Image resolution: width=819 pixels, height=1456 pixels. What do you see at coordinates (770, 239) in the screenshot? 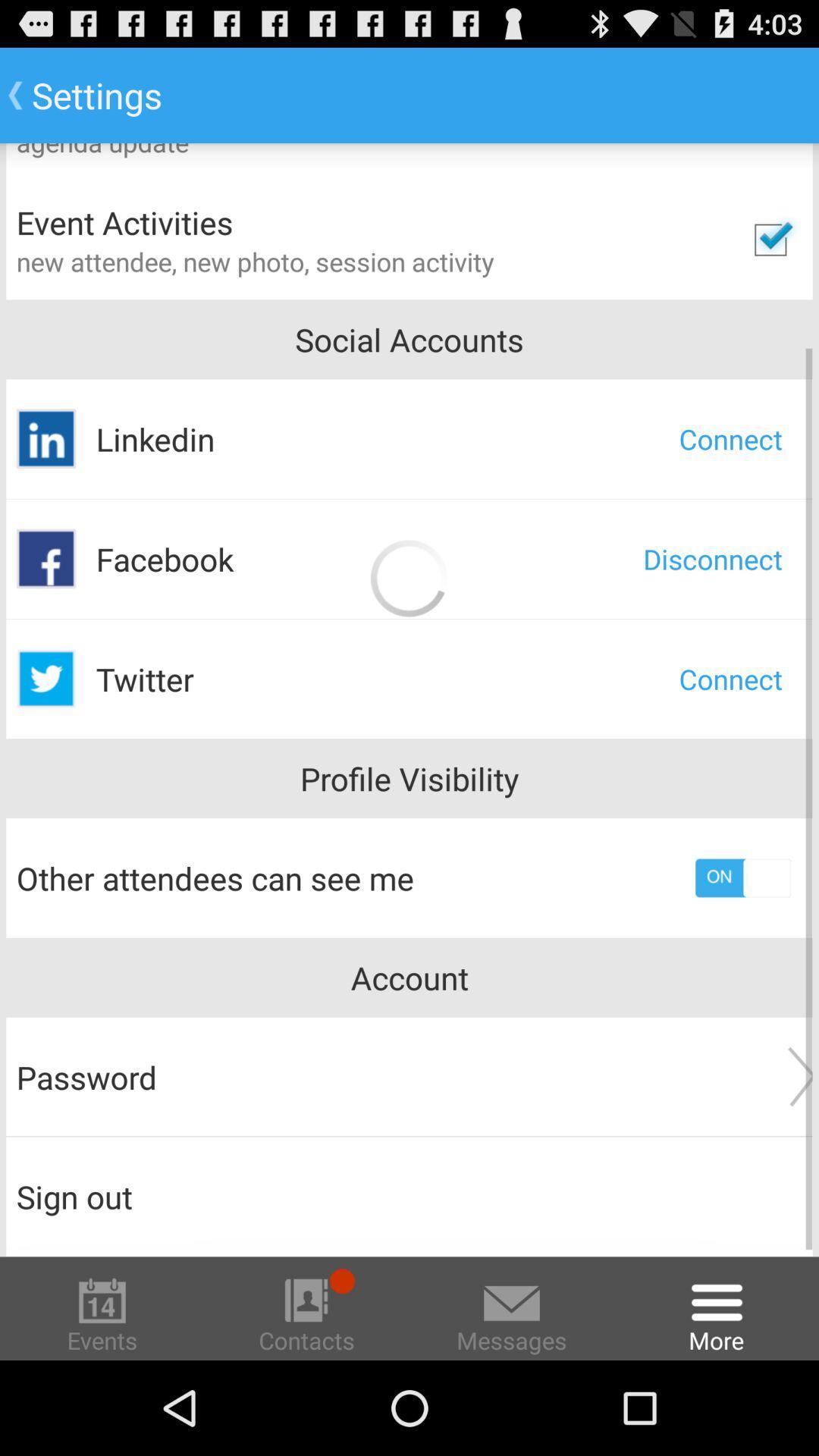
I see `enable event activities` at bounding box center [770, 239].